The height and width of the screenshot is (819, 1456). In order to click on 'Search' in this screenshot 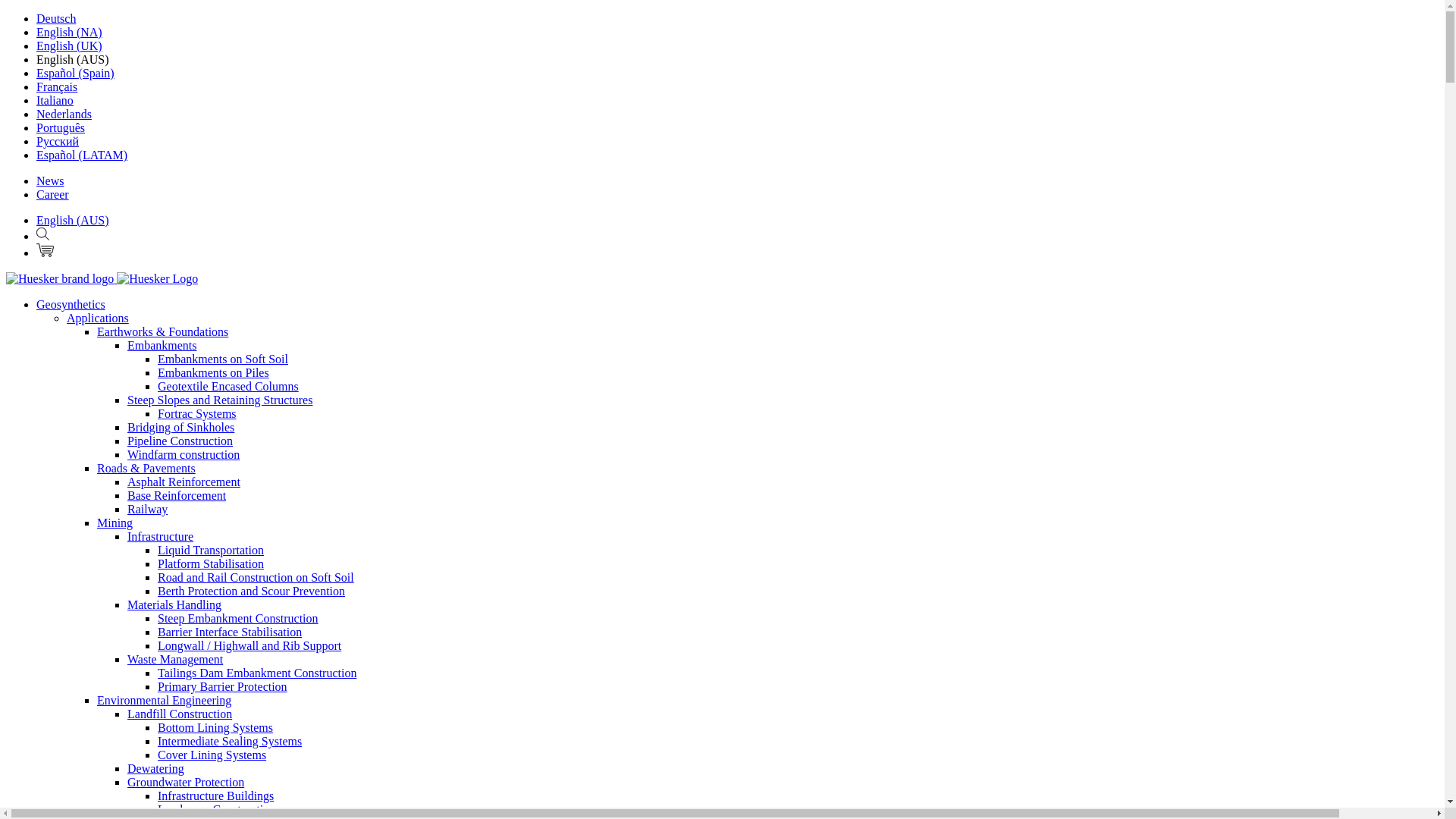, I will do `click(42, 236)`.